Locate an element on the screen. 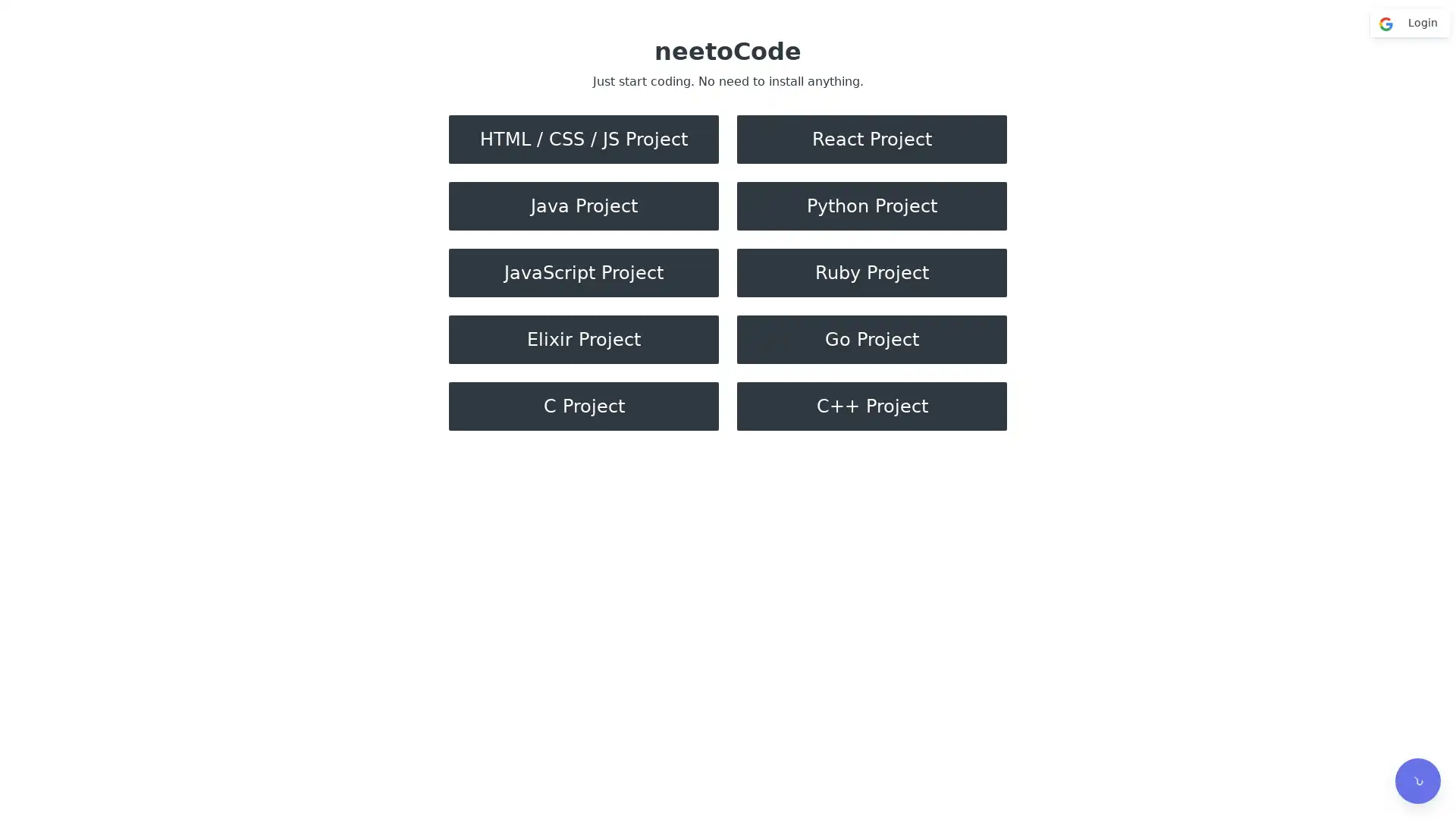 The height and width of the screenshot is (819, 1456). Python Project is located at coordinates (872, 206).